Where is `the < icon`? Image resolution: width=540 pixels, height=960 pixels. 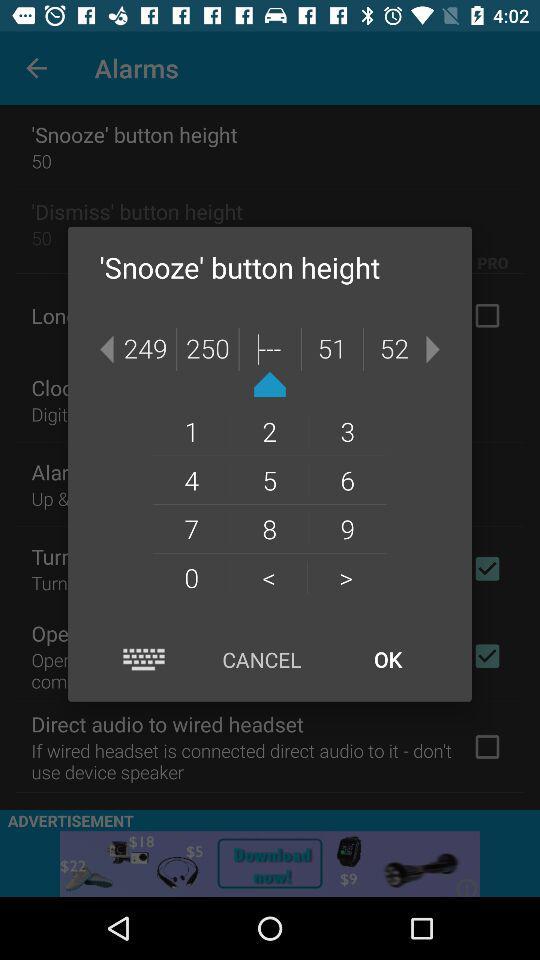 the < icon is located at coordinates (269, 577).